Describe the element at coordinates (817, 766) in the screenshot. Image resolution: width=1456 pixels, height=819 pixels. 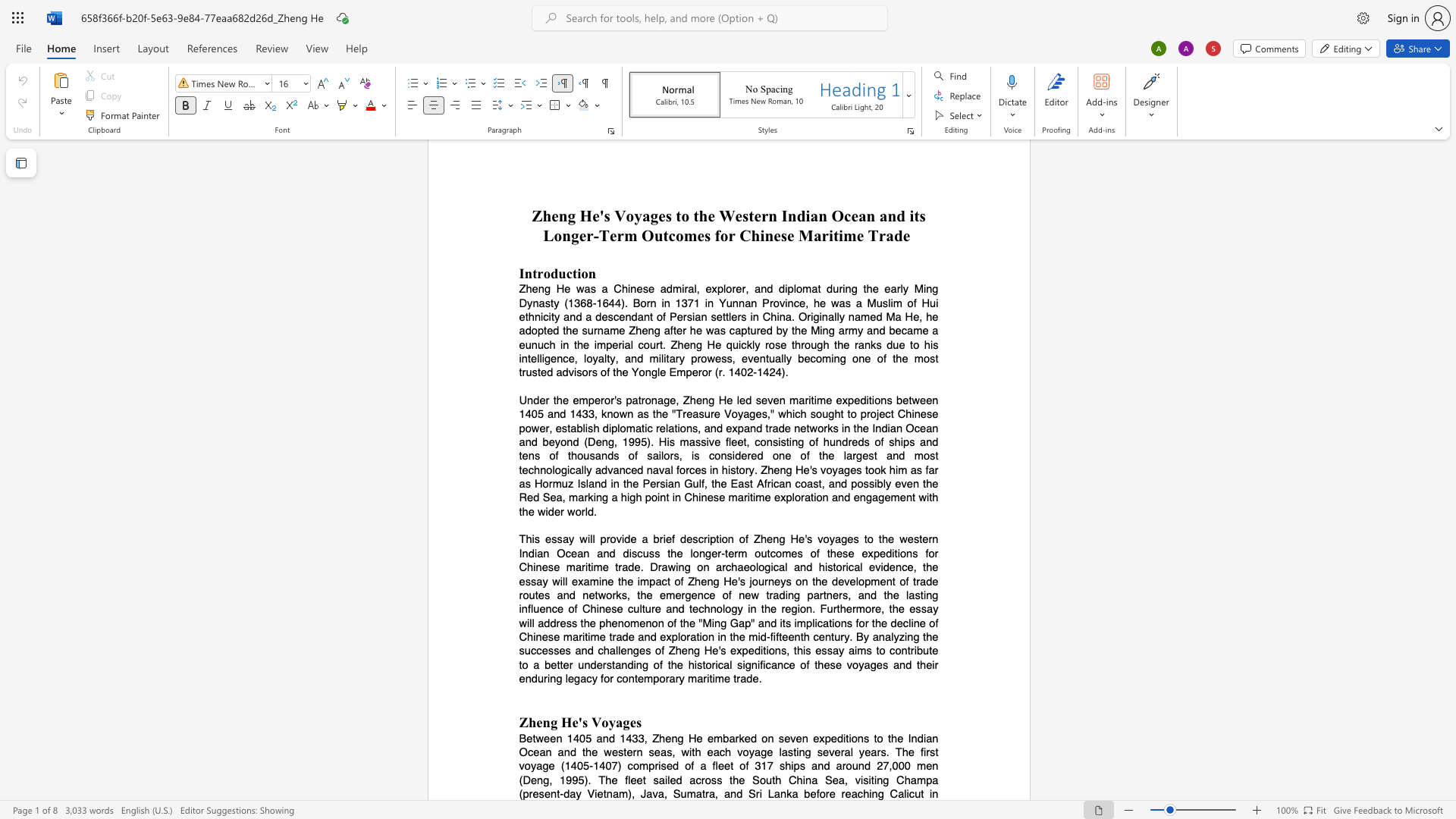
I see `the subset text "nd around 27,000 men (Deng, 1995). The fleet sailed across the South China Sea, visiting Champa (present-day Vietnam" within the text "of a fleet of 317 ships and around 27,000 men (Deng, 1995). The fleet sailed across the South China Sea, visiting Champa (present-day Vietnam), Java, Sumatra, and Sri Lanka before reaching"` at that location.